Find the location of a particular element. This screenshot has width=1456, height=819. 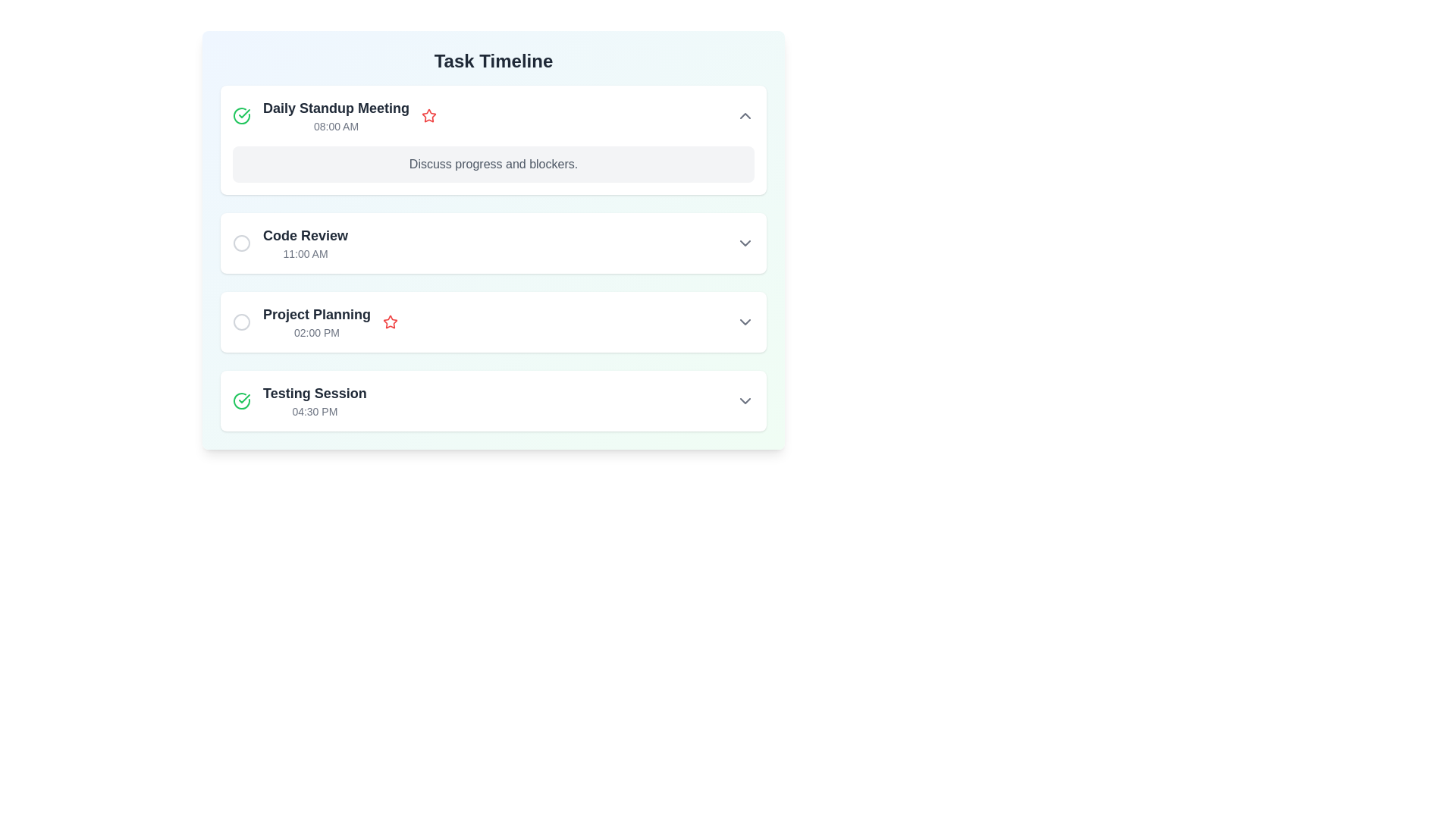

the downward-pointing arrow icon located to the right of the text 'Project Planning' and '02:00 PM' is located at coordinates (745, 321).